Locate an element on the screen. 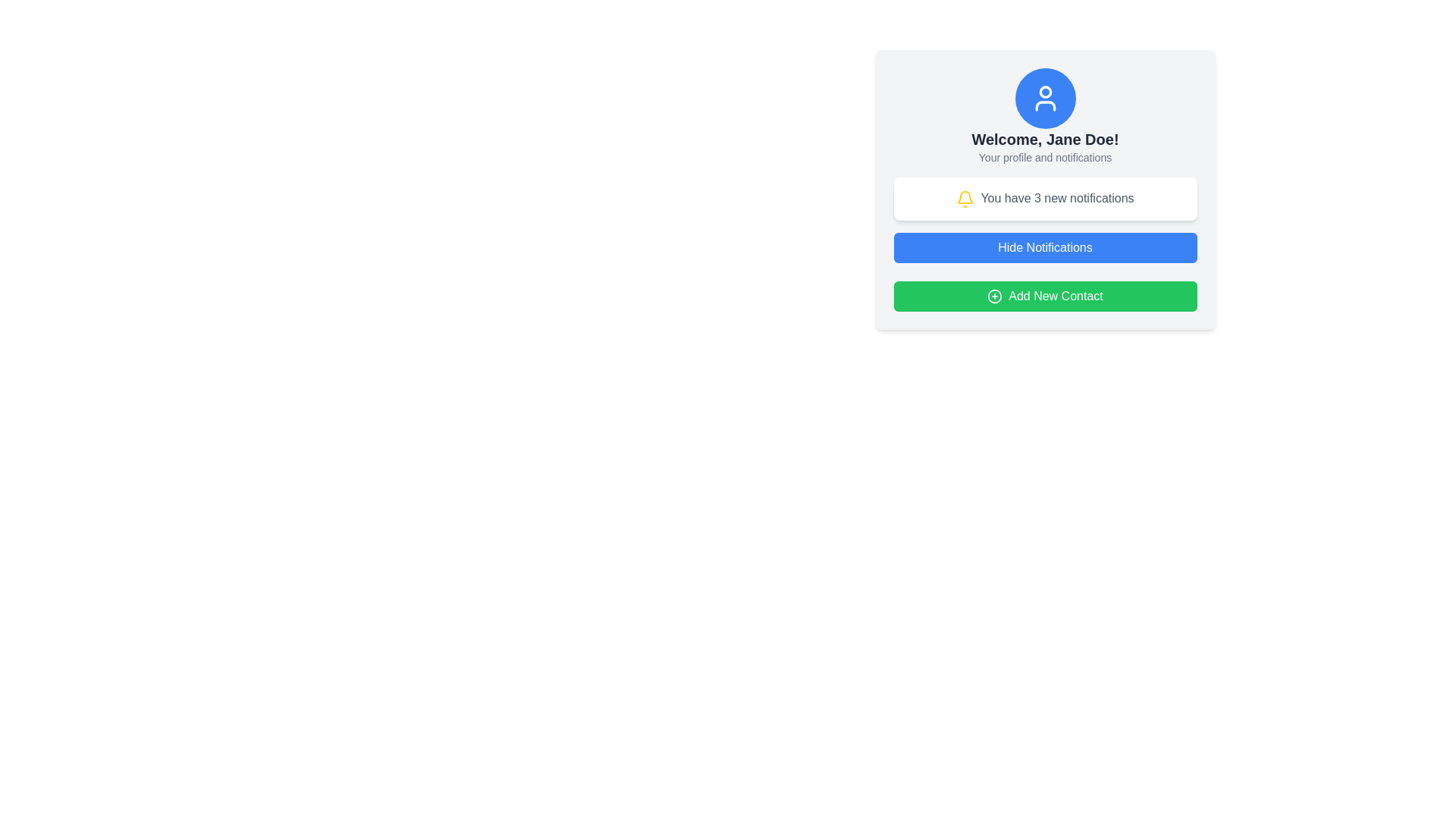  the yellow bell icon located to the left of the text 'You have 3 new notifications', which is contained within a rounded white box is located at coordinates (965, 198).